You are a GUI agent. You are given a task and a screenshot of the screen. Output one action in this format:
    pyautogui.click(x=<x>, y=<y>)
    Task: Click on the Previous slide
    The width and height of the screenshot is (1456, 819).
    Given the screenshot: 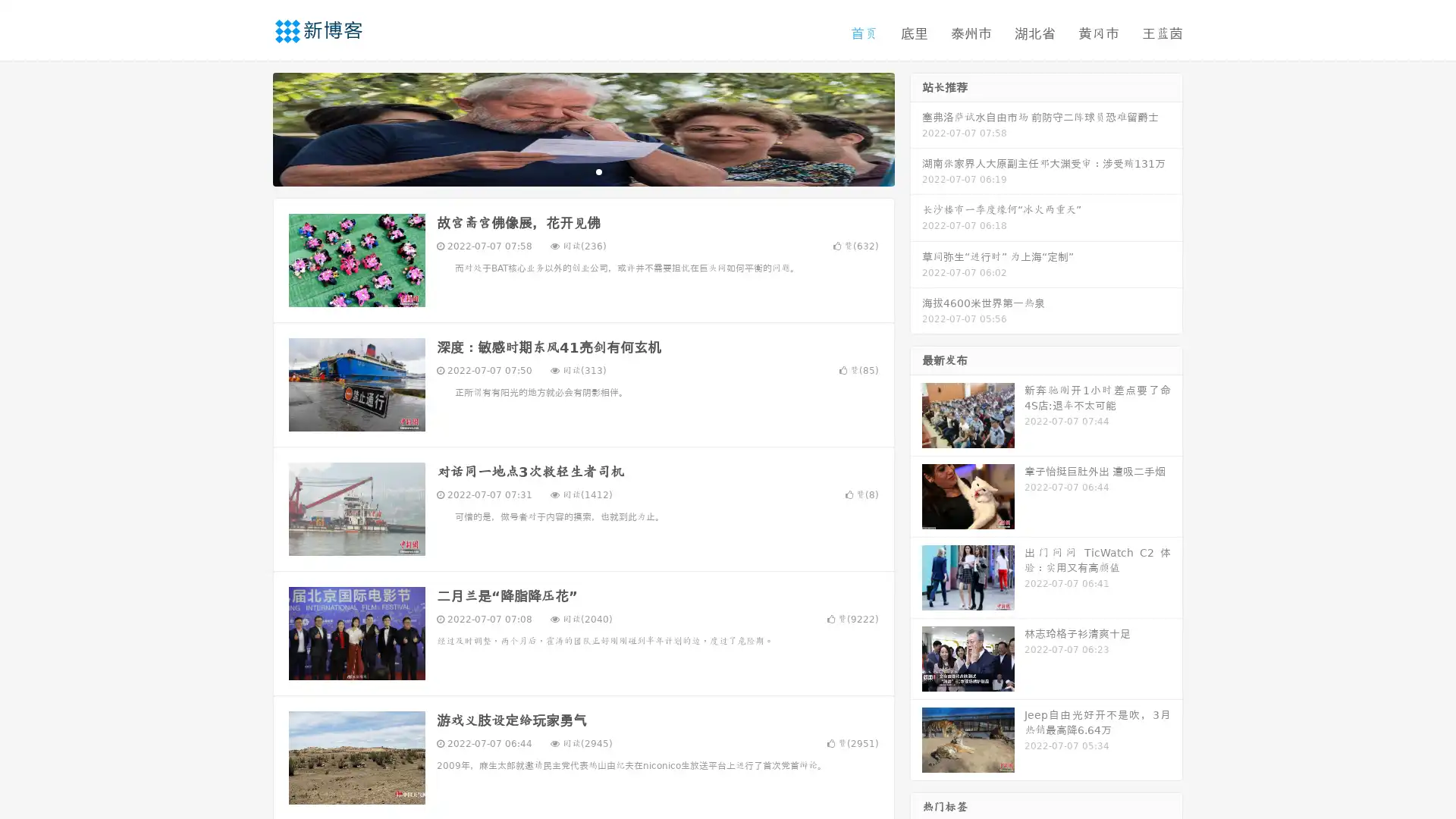 What is the action you would take?
    pyautogui.click(x=250, y=127)
    